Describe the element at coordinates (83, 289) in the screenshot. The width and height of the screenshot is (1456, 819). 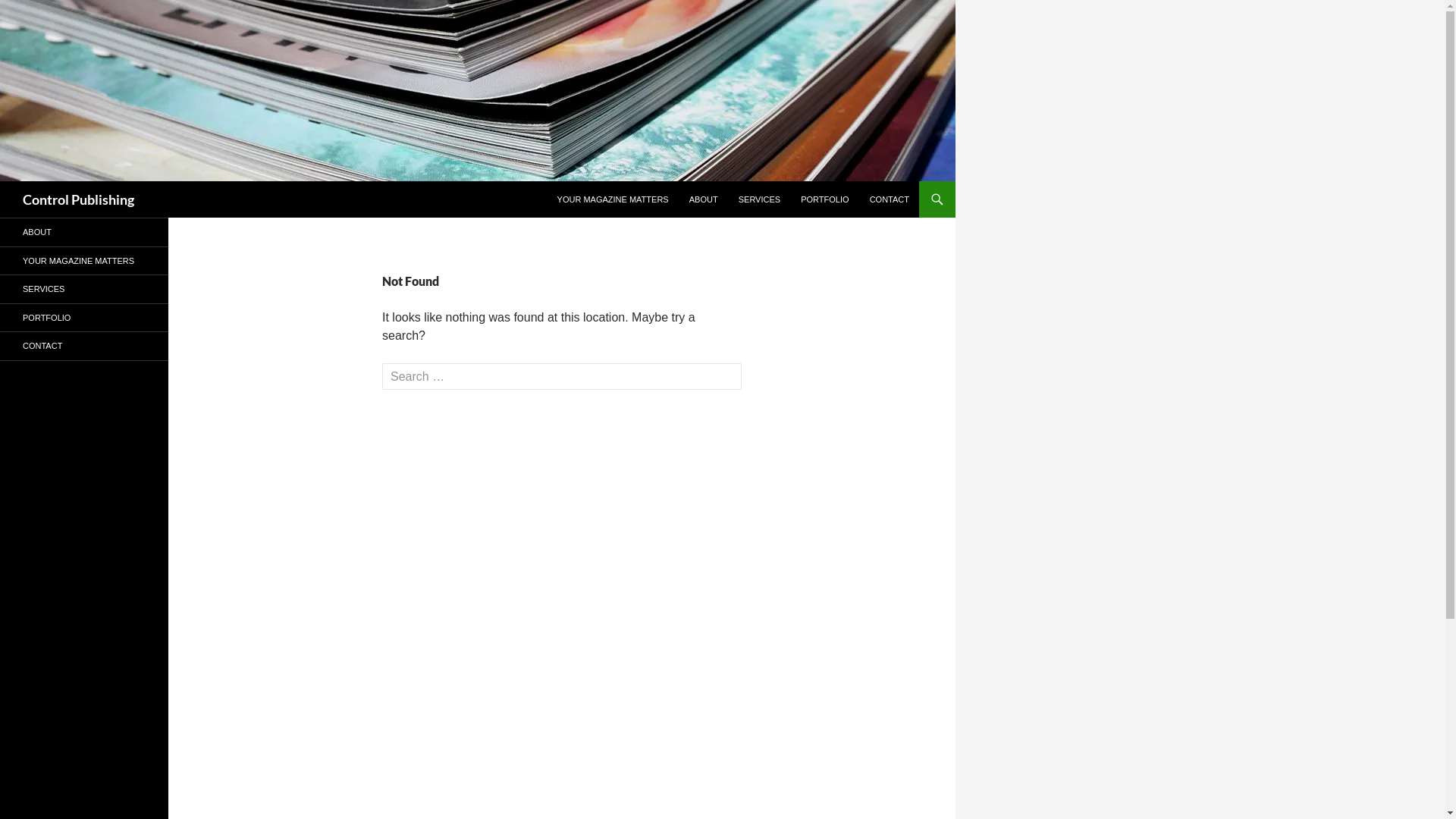
I see `'SERVICES'` at that location.